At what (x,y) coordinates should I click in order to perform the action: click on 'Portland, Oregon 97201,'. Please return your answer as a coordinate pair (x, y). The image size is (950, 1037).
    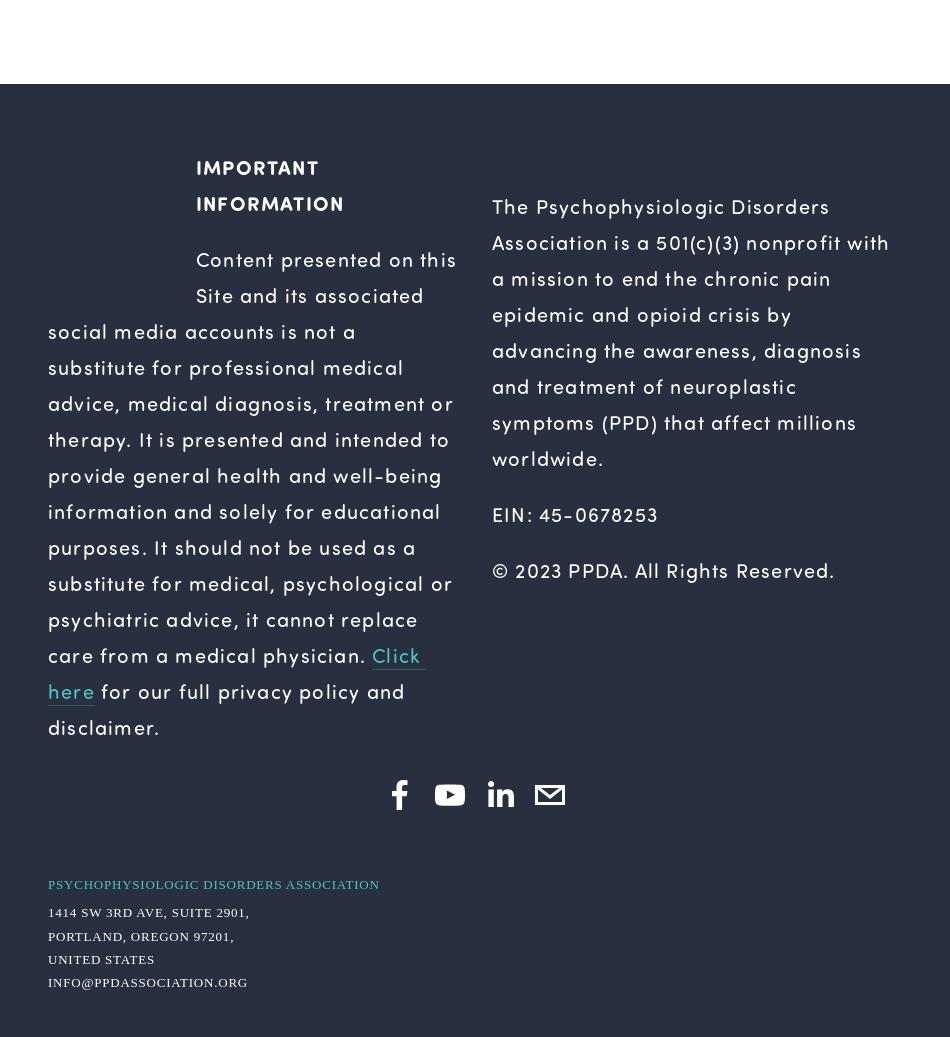
    Looking at the image, I should click on (140, 935).